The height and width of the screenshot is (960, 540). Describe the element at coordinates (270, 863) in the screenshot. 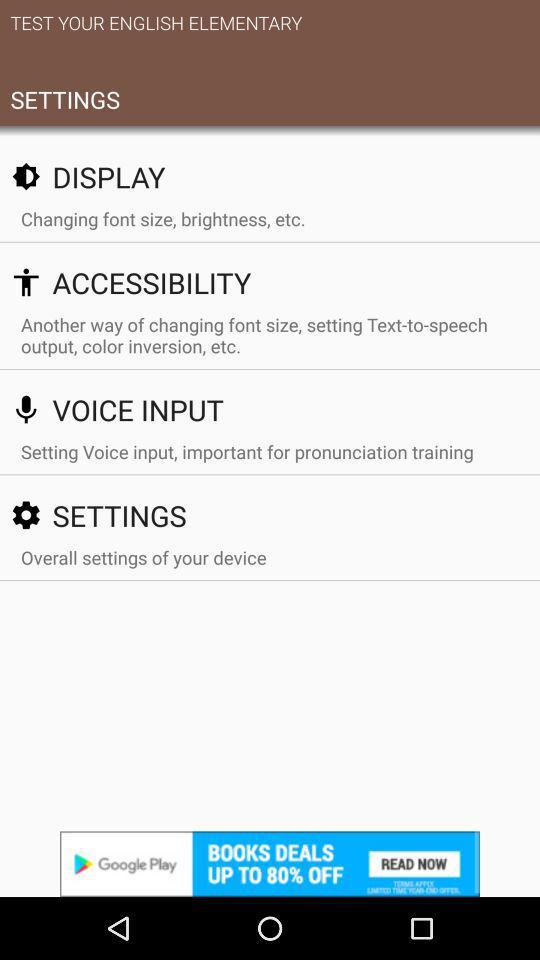

I see `advertisement link` at that location.